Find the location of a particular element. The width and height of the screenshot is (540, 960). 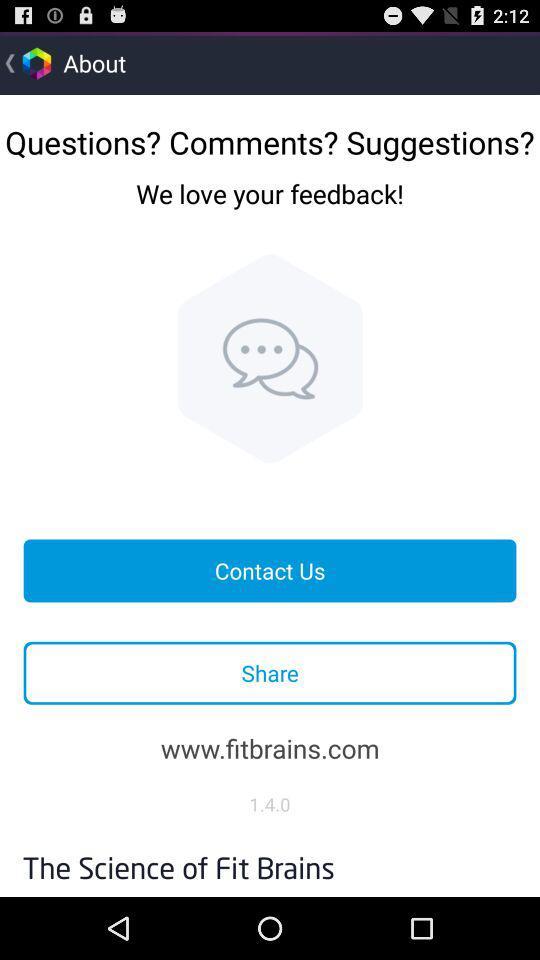

the icon above the the science of is located at coordinates (270, 804).